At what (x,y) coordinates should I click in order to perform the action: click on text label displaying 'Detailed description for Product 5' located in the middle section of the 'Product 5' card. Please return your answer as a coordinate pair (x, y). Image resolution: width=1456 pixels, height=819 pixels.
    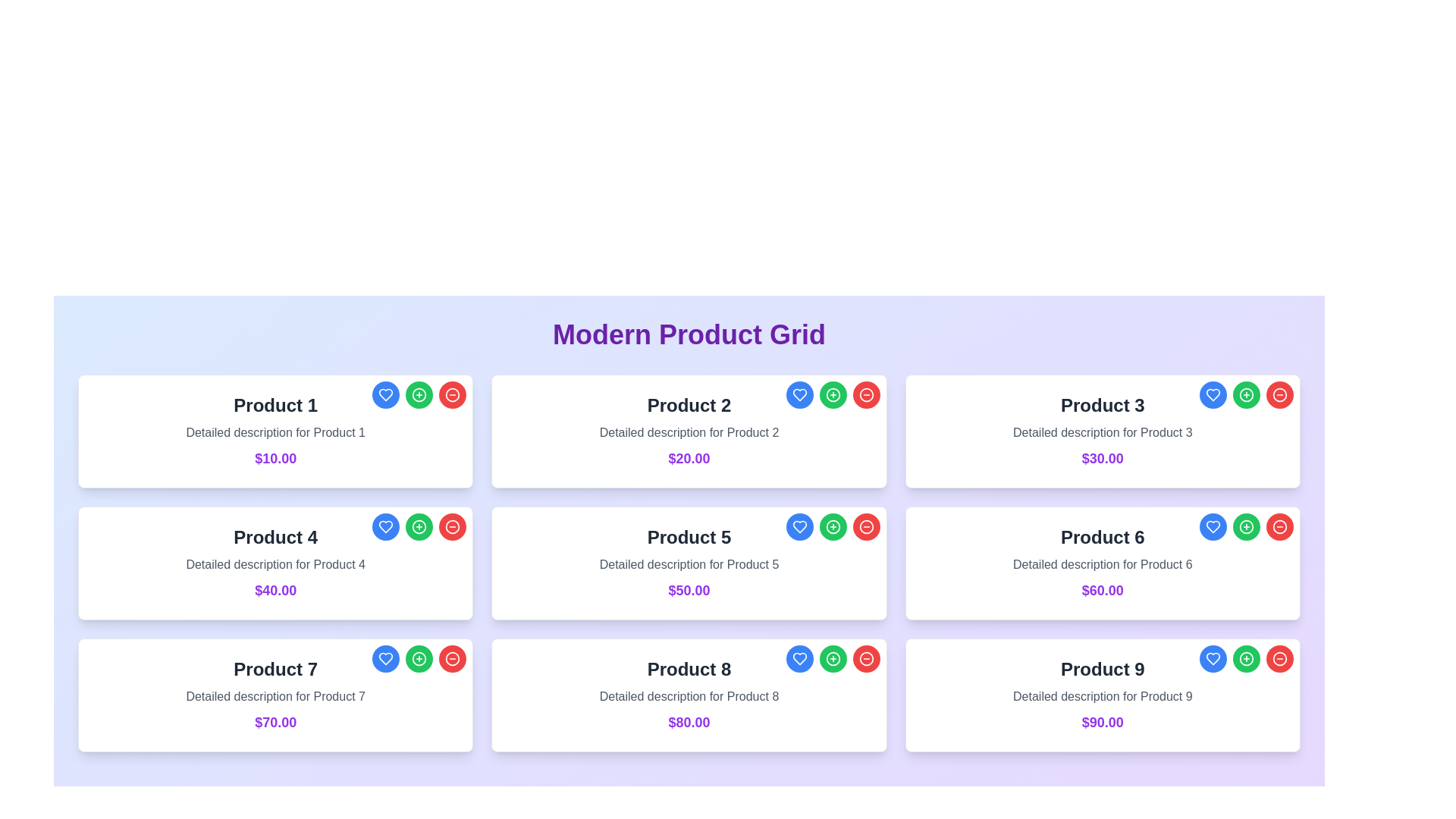
    Looking at the image, I should click on (688, 564).